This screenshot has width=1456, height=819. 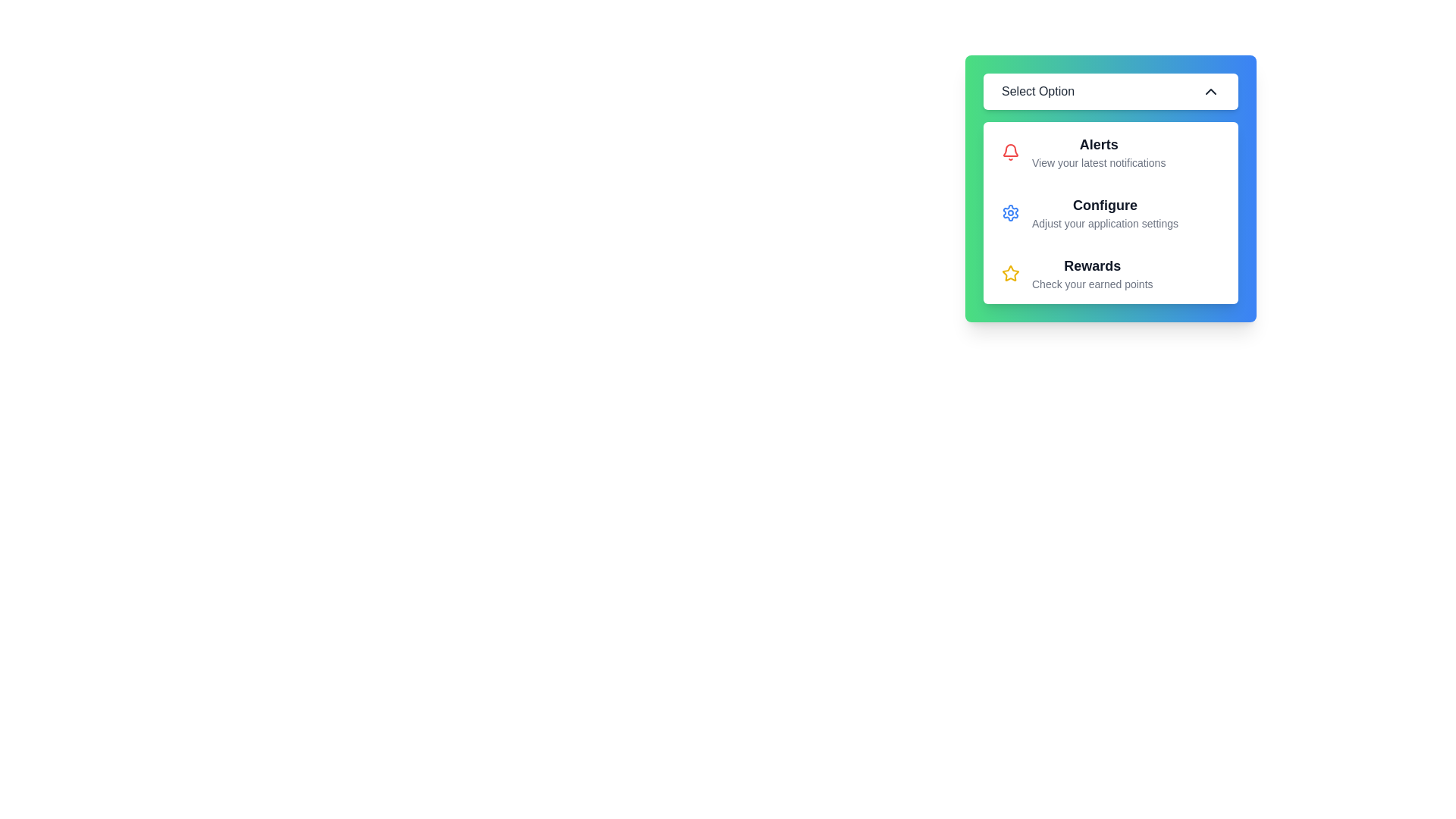 What do you see at coordinates (1105, 213) in the screenshot?
I see `the 'Configure' navigation option, which features a bold title and a descriptive text in a dropdown menu, positioned between 'Alerts' and 'Rewards'` at bounding box center [1105, 213].